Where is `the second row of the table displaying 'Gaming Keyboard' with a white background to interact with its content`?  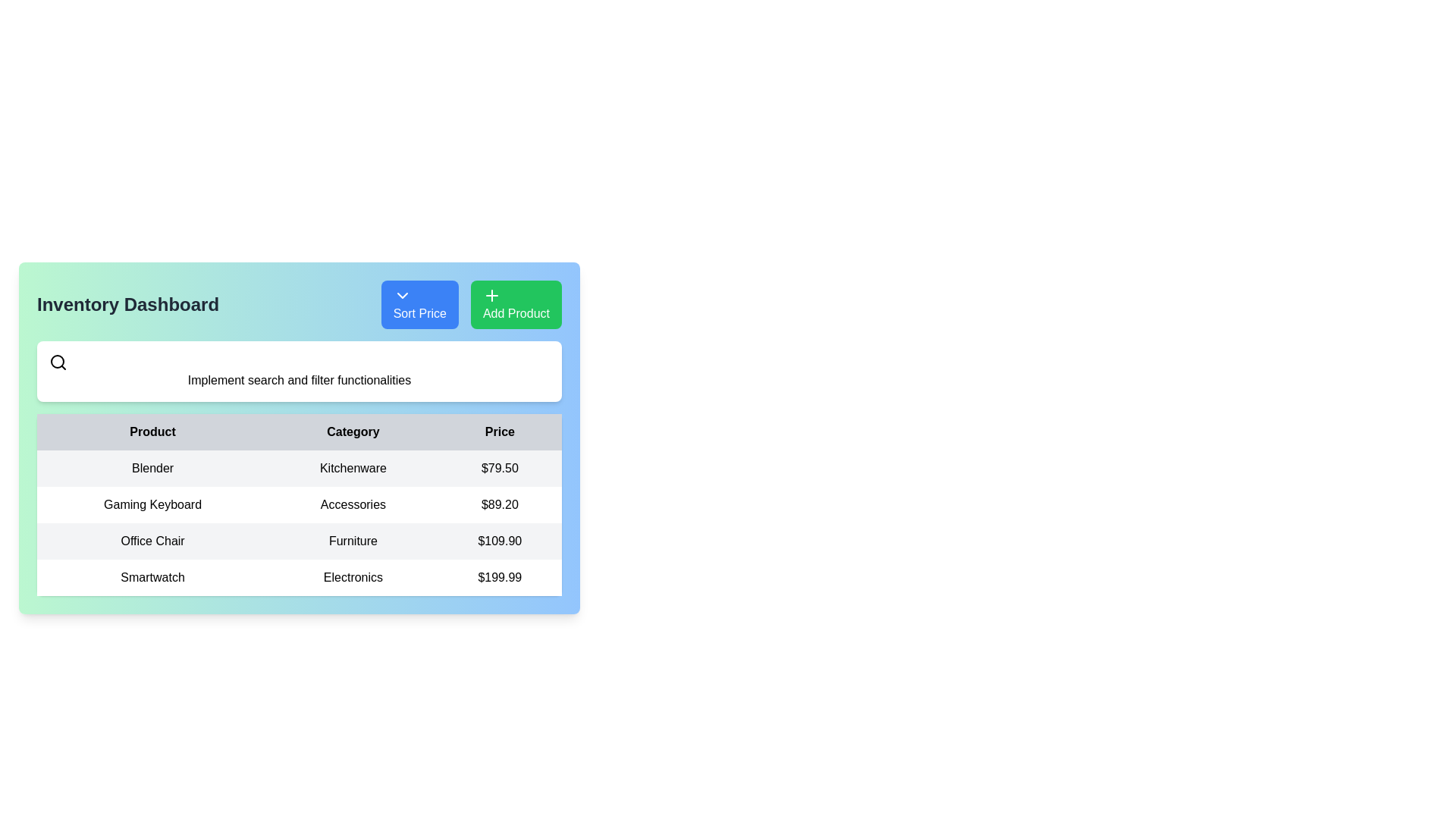
the second row of the table displaying 'Gaming Keyboard' with a white background to interact with its content is located at coordinates (299, 505).